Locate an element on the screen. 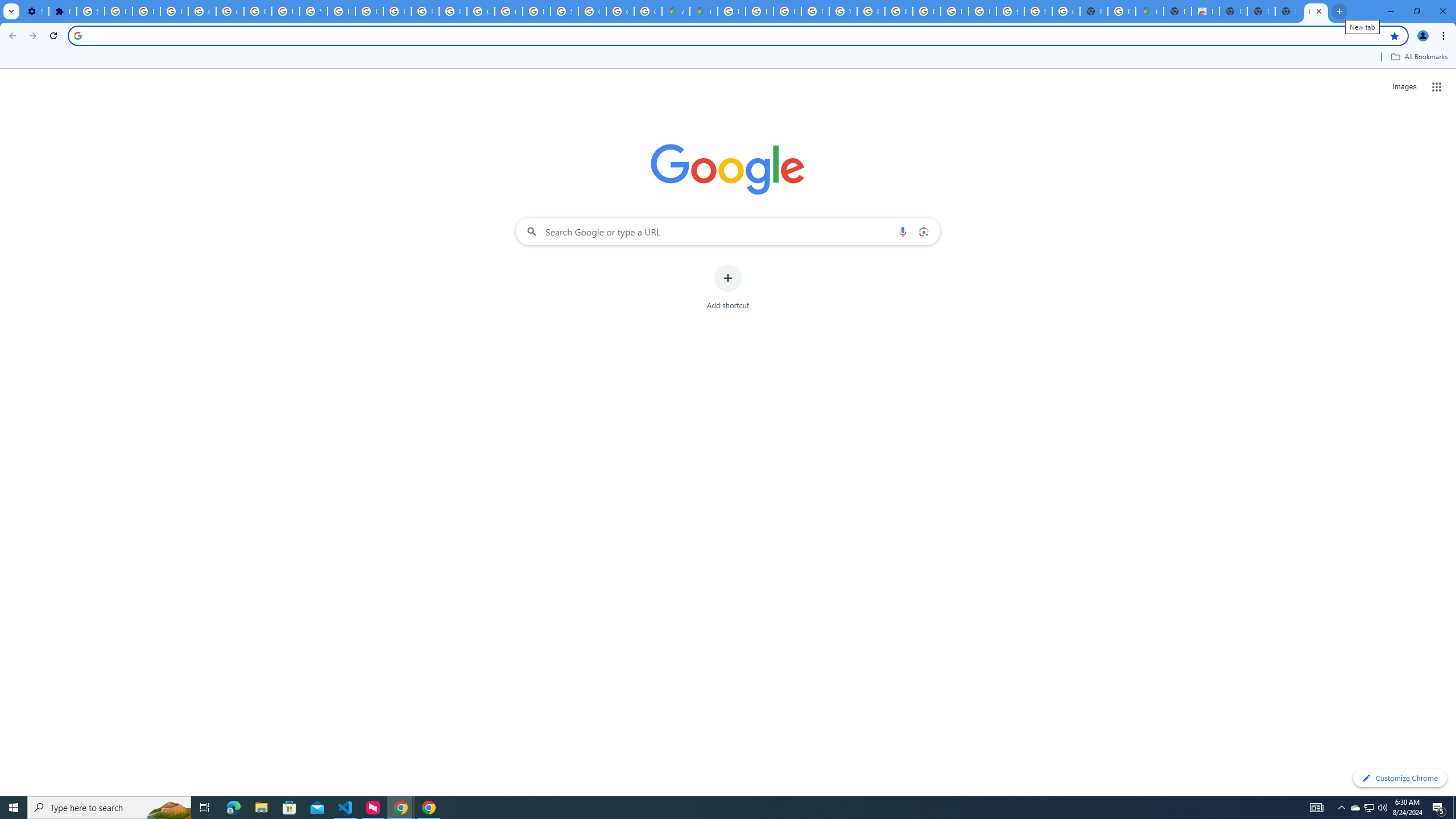  'Google Account Help' is located at coordinates (229, 11).